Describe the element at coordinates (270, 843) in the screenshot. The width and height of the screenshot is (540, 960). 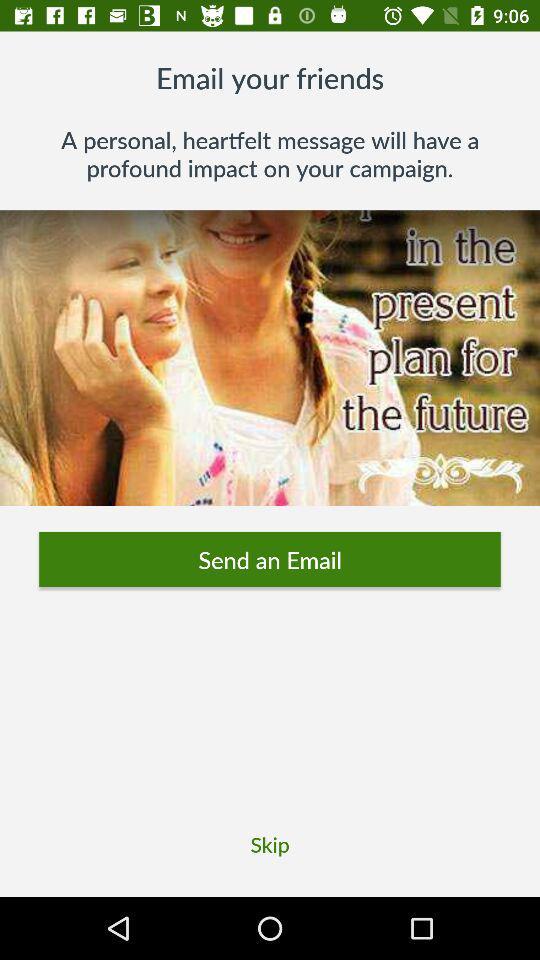
I see `icon below the send an email item` at that location.